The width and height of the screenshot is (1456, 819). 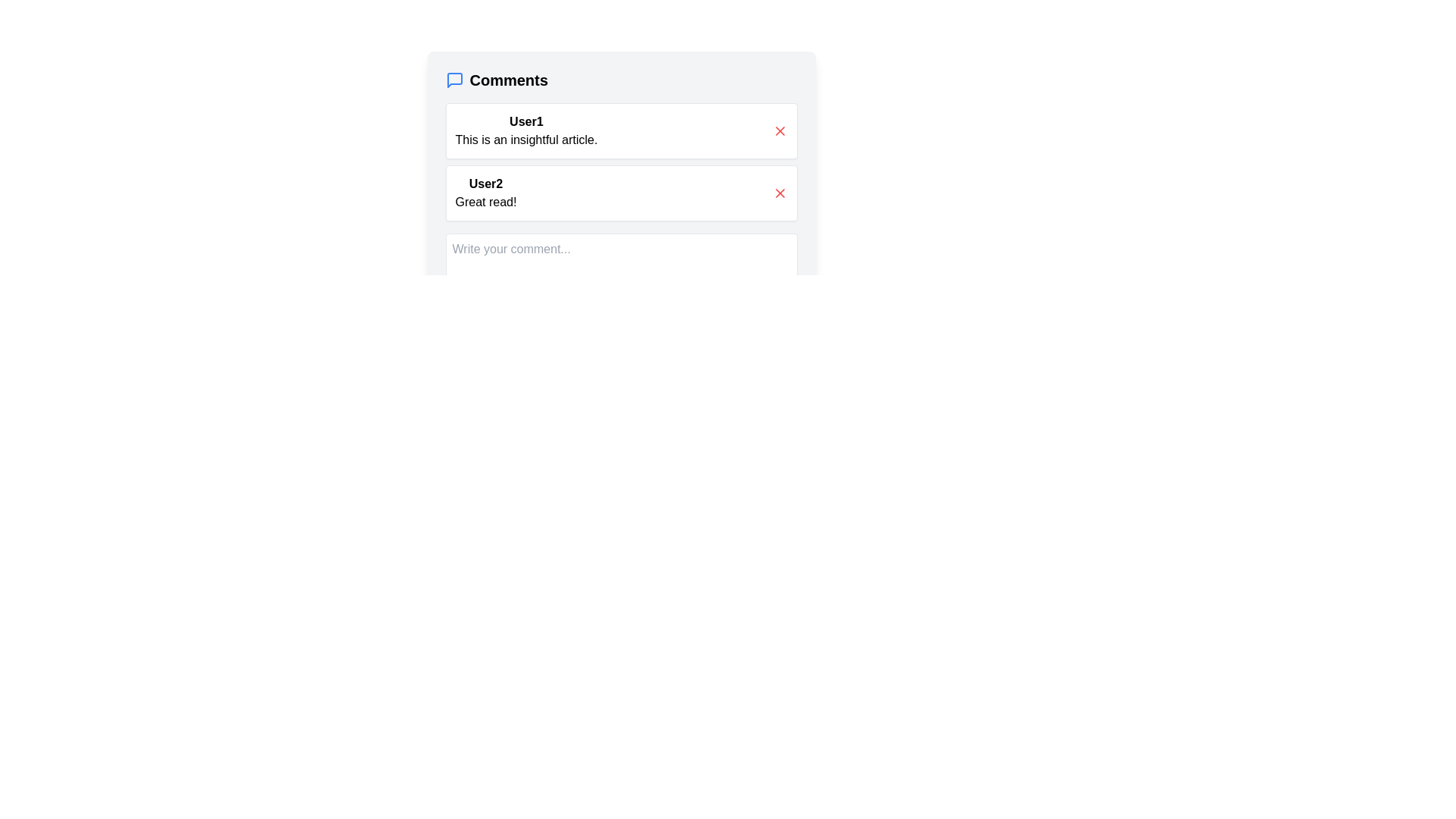 I want to click on the chat bubble icon located to the far left of the 'Comments' text at the top of the comments section, so click(x=453, y=80).